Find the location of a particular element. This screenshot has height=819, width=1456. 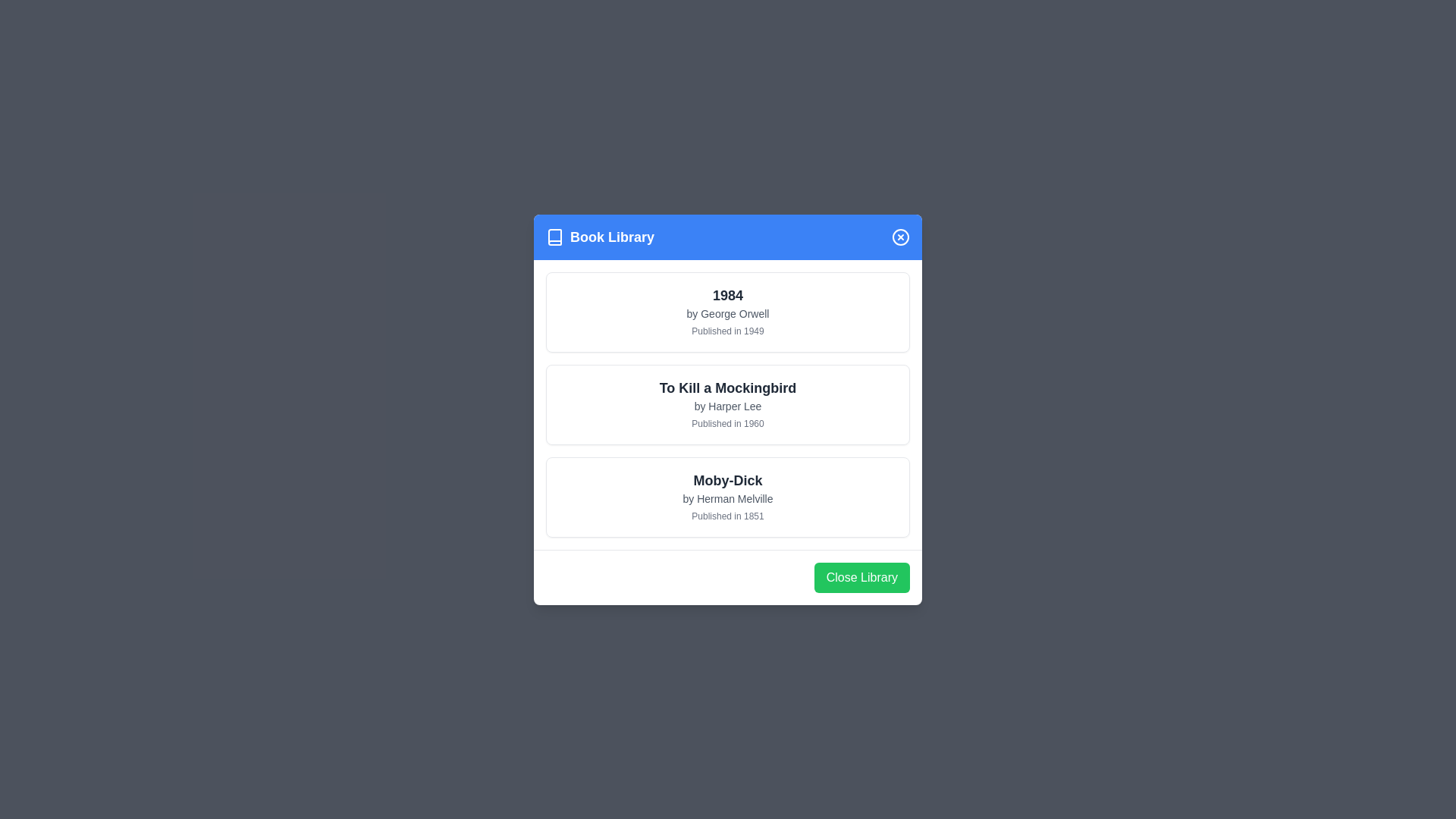

the book card To Kill a Mockingbird to observe the shadow effect is located at coordinates (728, 403).